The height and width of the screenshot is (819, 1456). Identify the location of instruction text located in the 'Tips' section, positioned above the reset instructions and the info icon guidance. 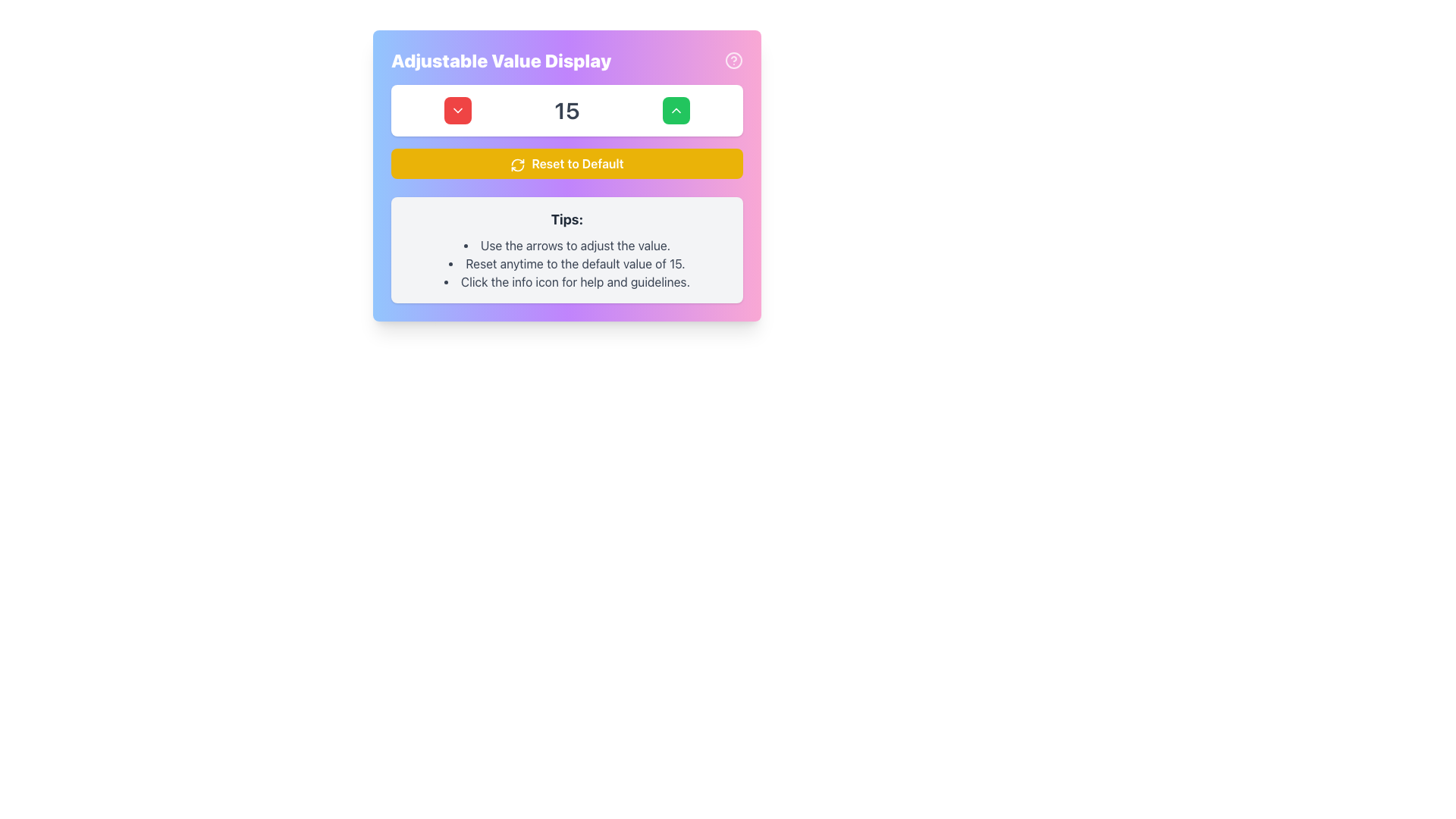
(566, 245).